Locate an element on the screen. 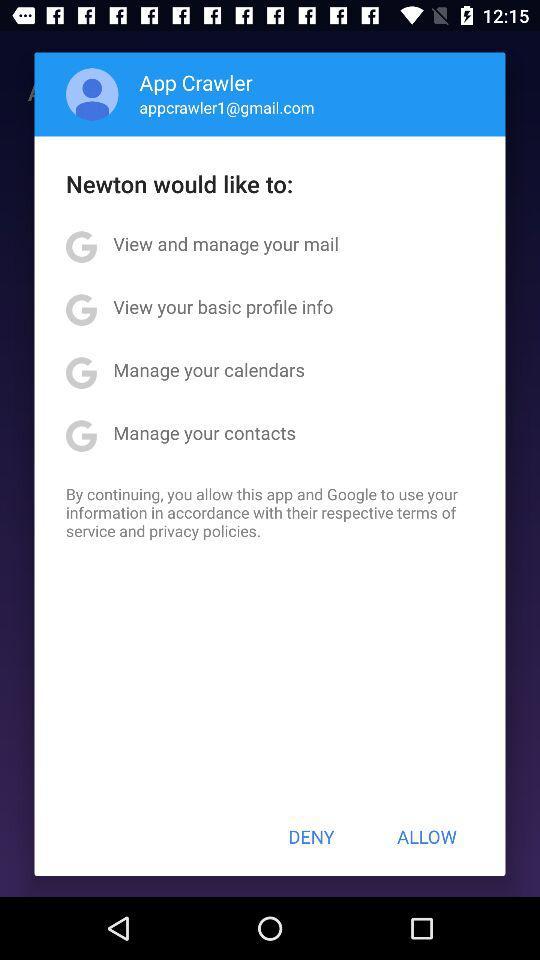 The image size is (540, 960). the app above the appcrawler1@gmail.com is located at coordinates (196, 82).